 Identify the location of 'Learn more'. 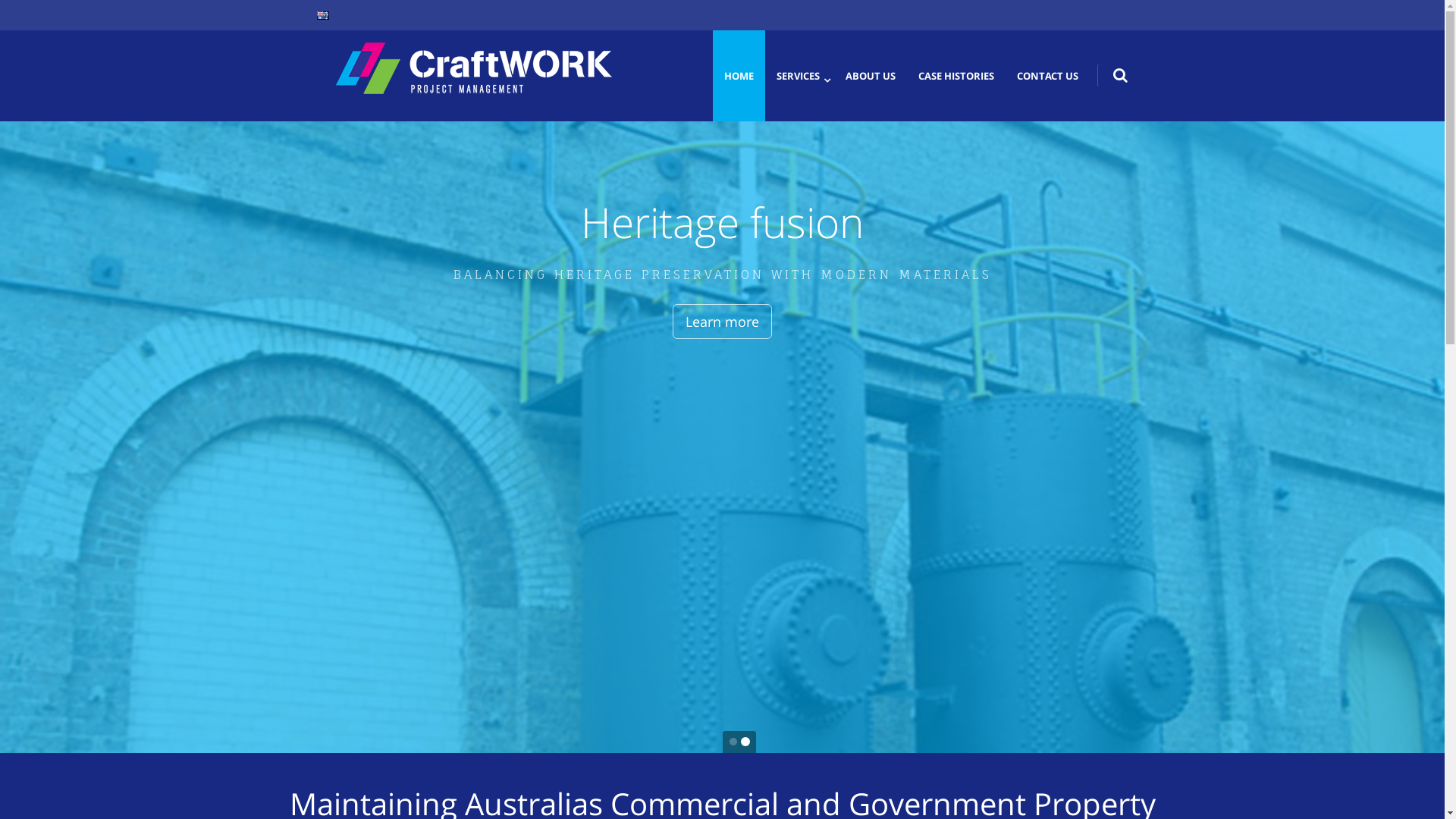
(742, 321).